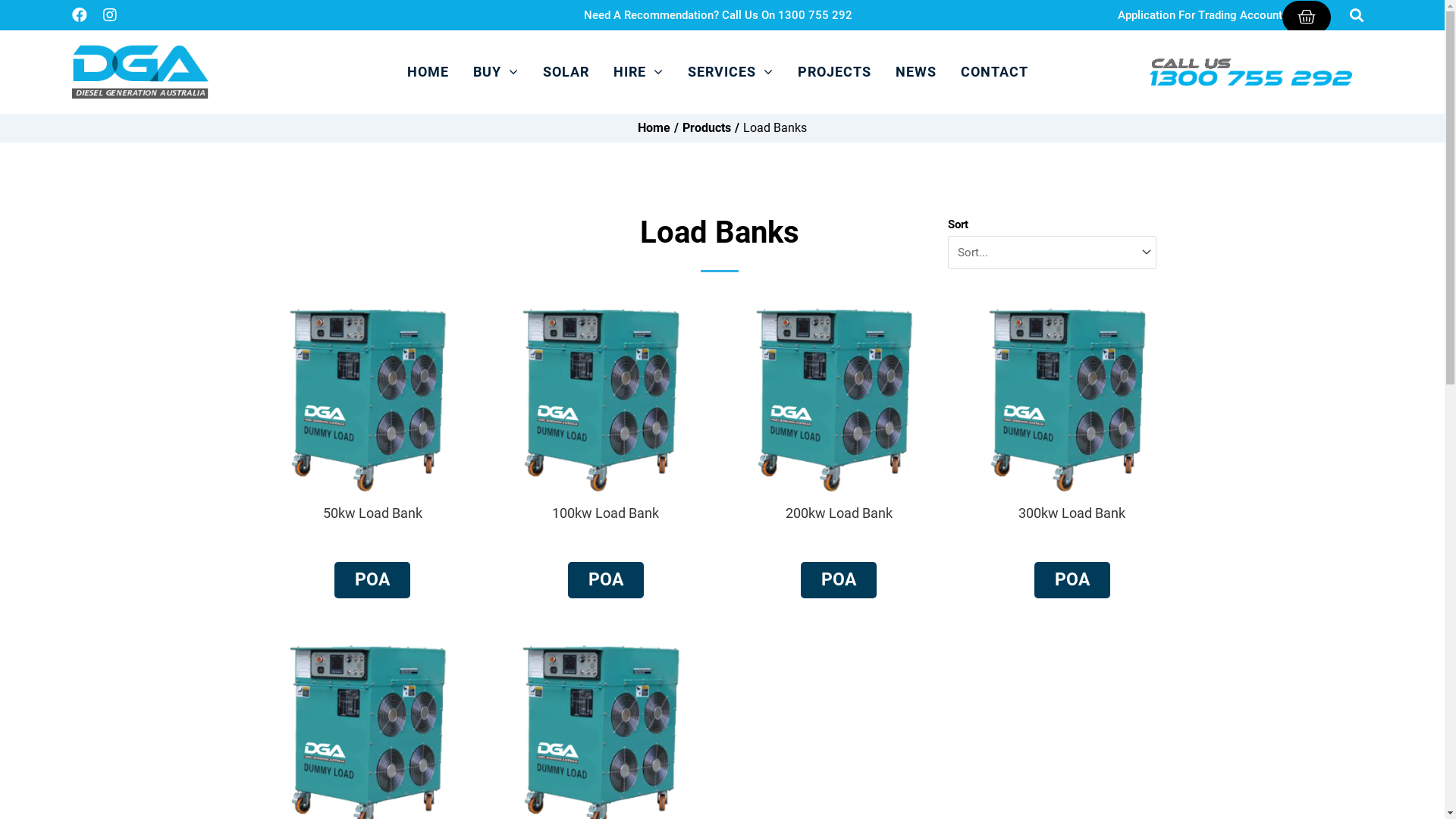 This screenshot has width=1456, height=819. What do you see at coordinates (1117, 14) in the screenshot?
I see `'Application For Trading Account'` at bounding box center [1117, 14].